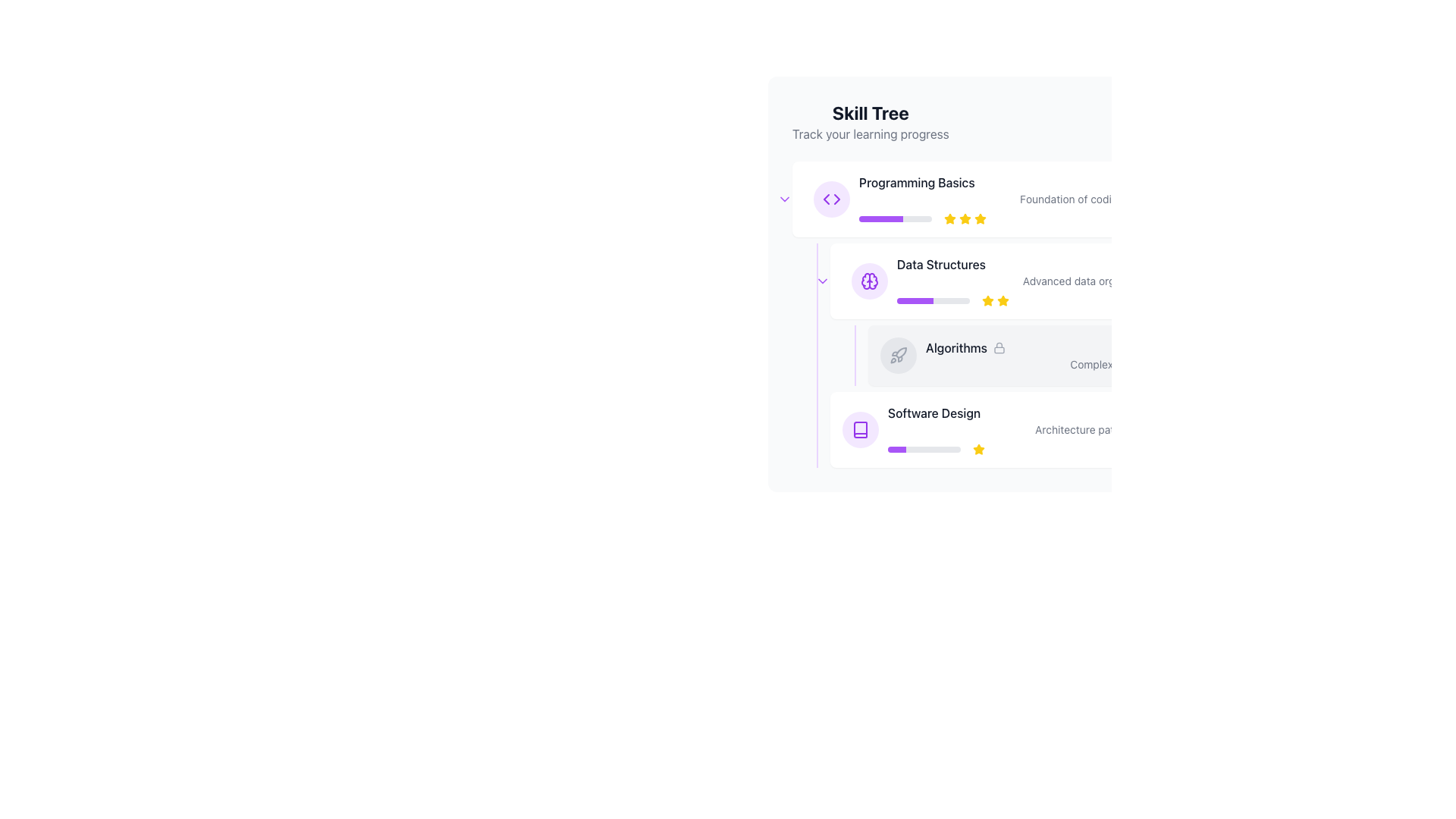 Image resolution: width=1456 pixels, height=819 pixels. Describe the element at coordinates (949, 218) in the screenshot. I see `the first yellow rating star icon for the 'Programming Basics' section` at that location.